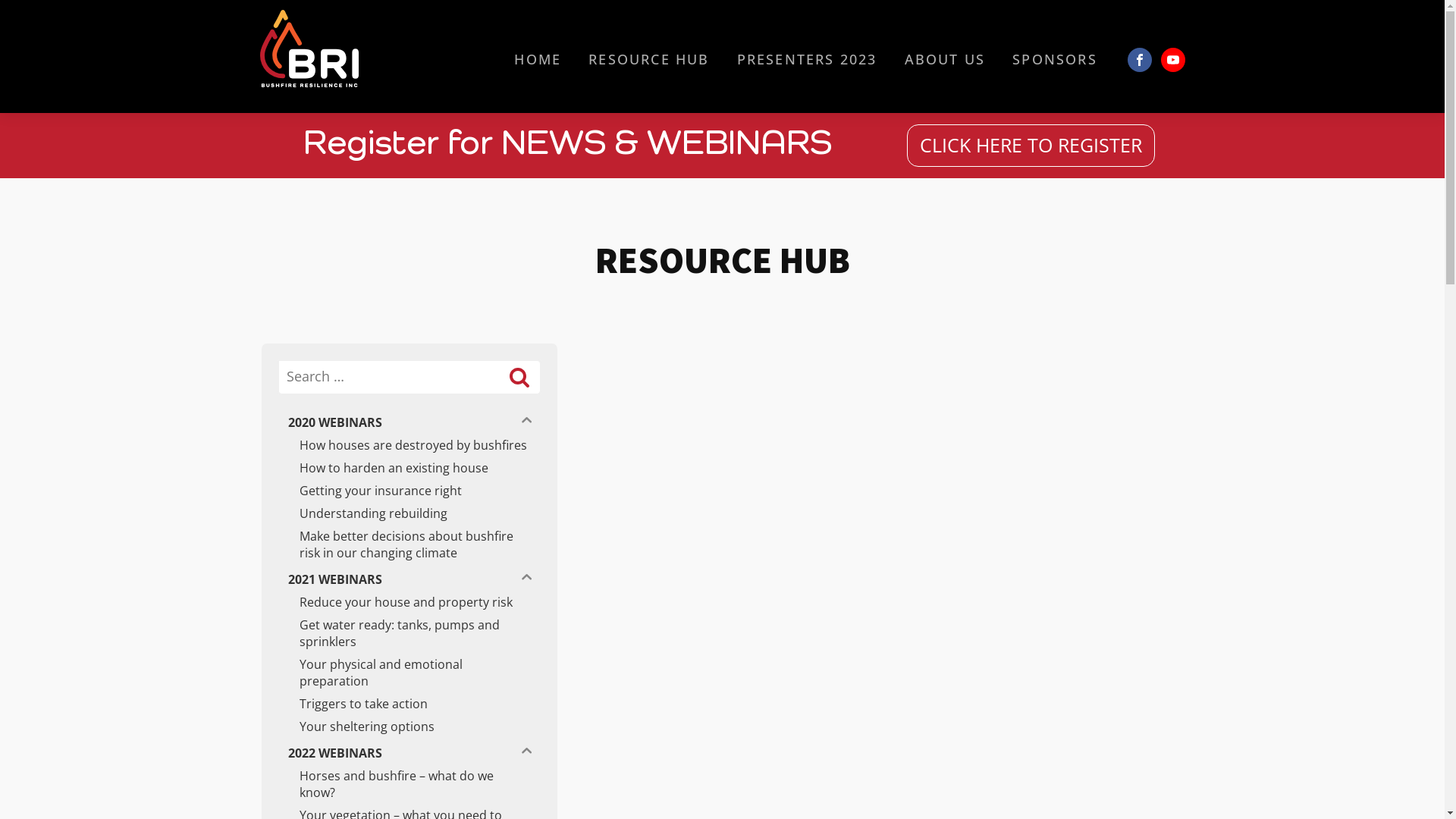  I want to click on 'ABOUT US', so click(944, 58).